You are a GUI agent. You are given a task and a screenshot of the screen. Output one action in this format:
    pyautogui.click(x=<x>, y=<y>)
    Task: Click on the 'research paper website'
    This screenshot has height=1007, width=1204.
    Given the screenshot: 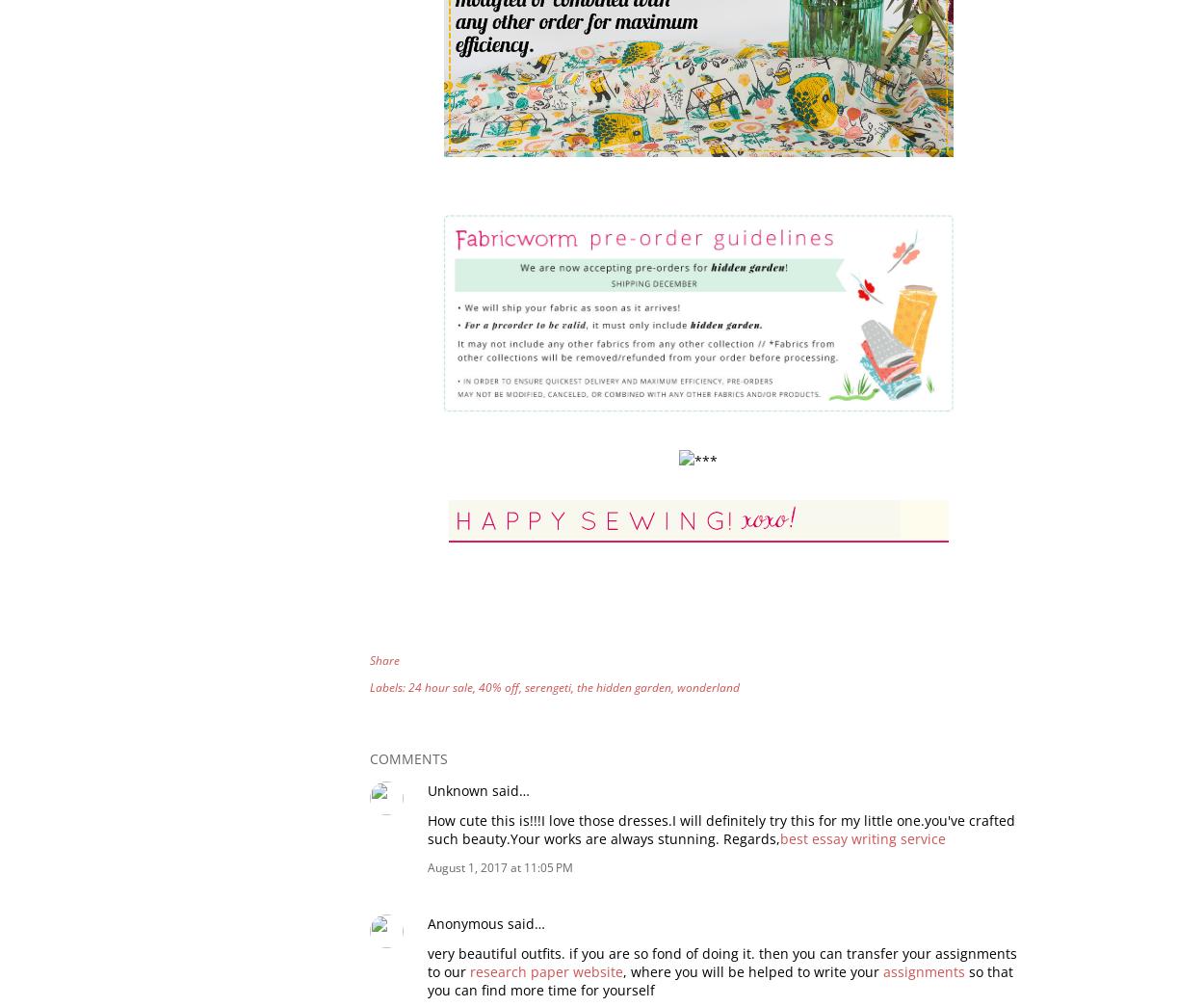 What is the action you would take?
    pyautogui.click(x=545, y=970)
    